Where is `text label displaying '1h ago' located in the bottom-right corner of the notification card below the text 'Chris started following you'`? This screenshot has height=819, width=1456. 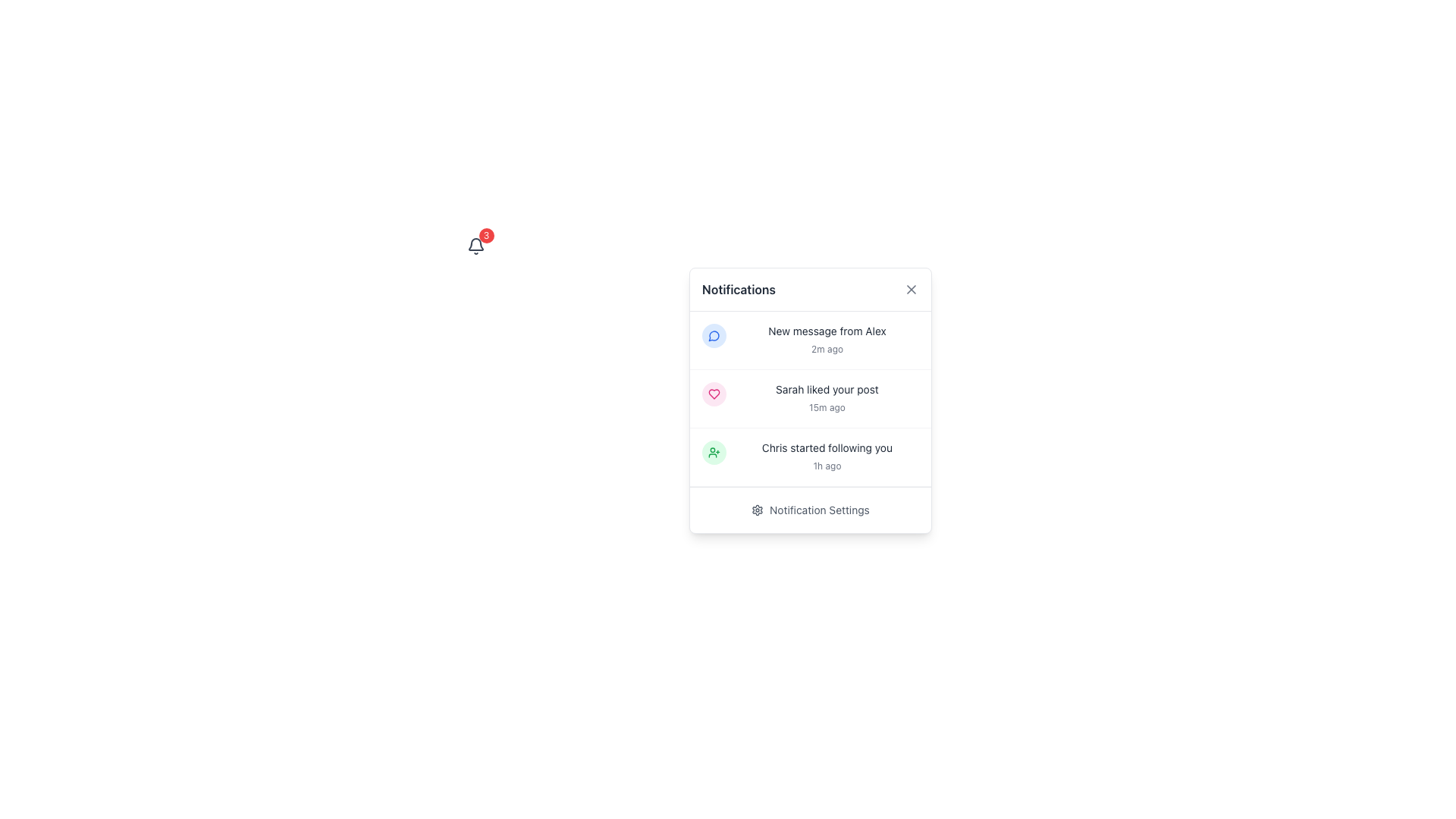 text label displaying '1h ago' located in the bottom-right corner of the notification card below the text 'Chris started following you' is located at coordinates (826, 465).